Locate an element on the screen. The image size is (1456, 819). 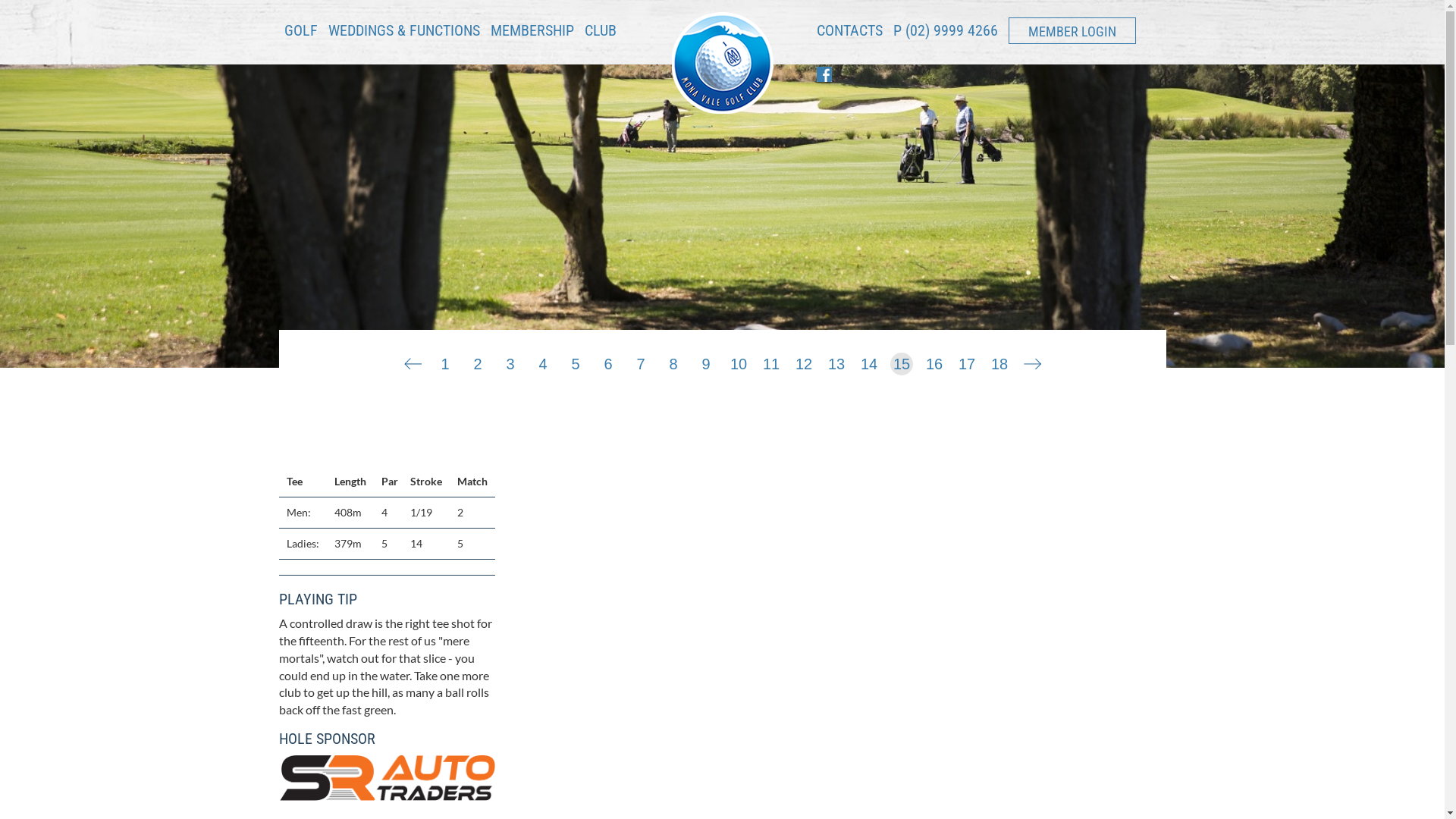
'15' is located at coordinates (902, 360).